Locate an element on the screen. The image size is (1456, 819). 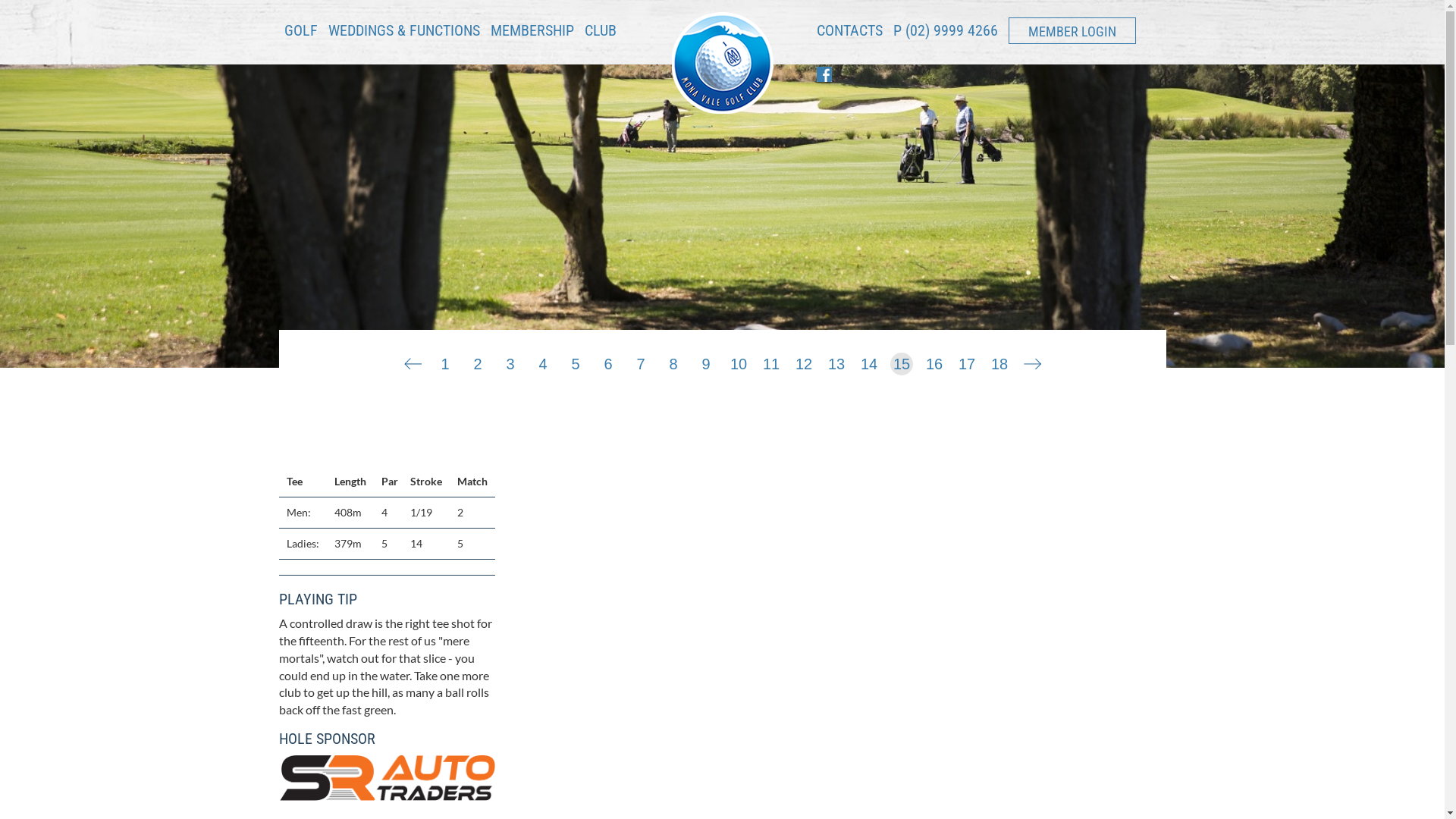
'15' is located at coordinates (902, 360).